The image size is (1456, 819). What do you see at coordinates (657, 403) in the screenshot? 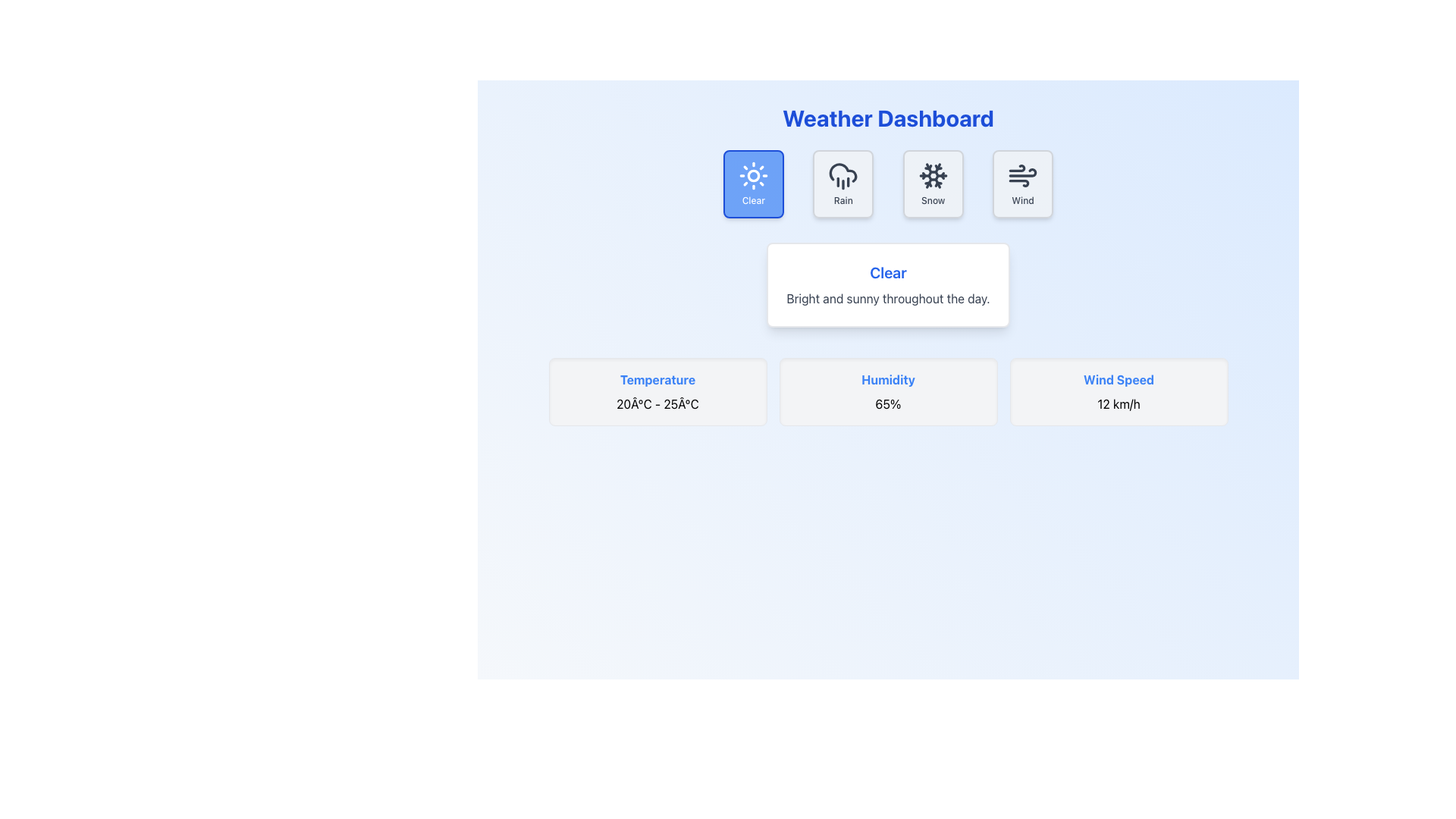
I see `the static text displaying the range of temperature values, which is located directly below the 'Temperature' heading in the bottom-left section of the interface` at bounding box center [657, 403].